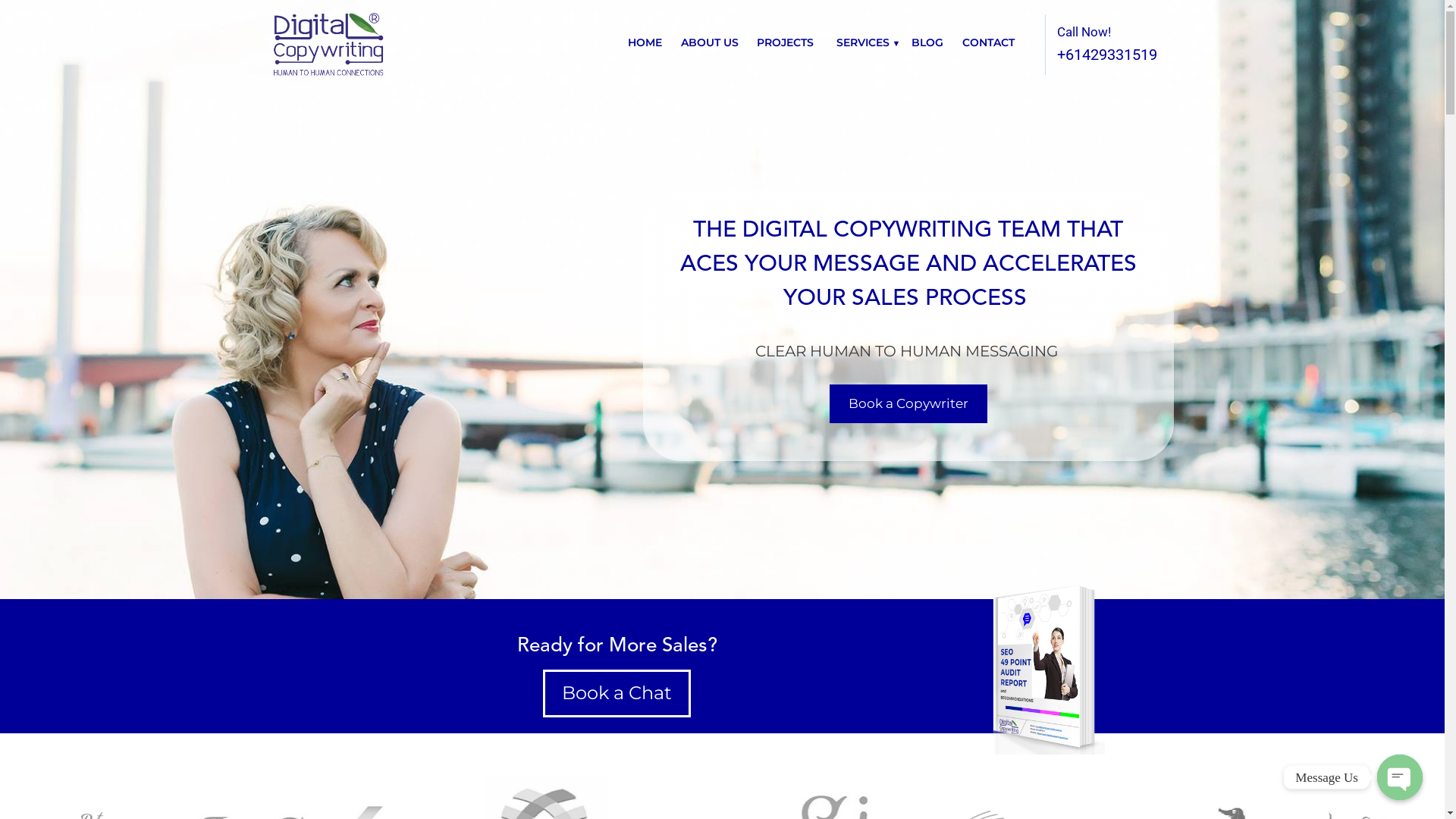 This screenshot has width=1456, height=819. Describe the element at coordinates (862, 42) in the screenshot. I see `'SERVICES'` at that location.